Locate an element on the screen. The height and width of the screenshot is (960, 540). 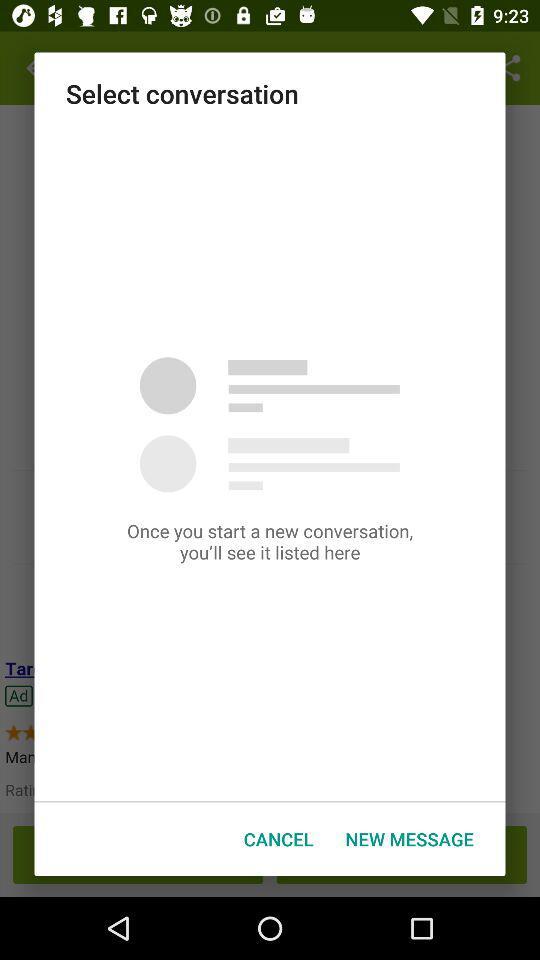
the new message is located at coordinates (408, 839).